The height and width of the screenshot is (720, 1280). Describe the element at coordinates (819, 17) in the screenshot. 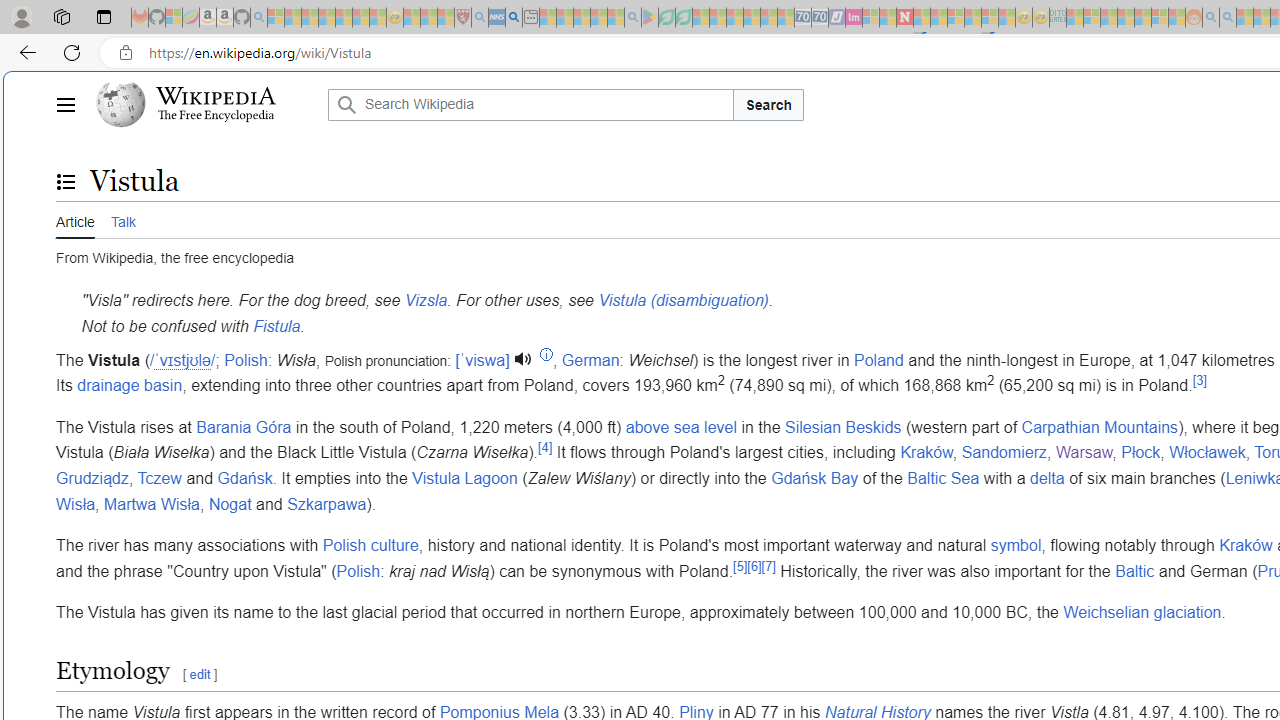

I see `'Cheap Hotels - Save70.com - Sleeping'` at that location.